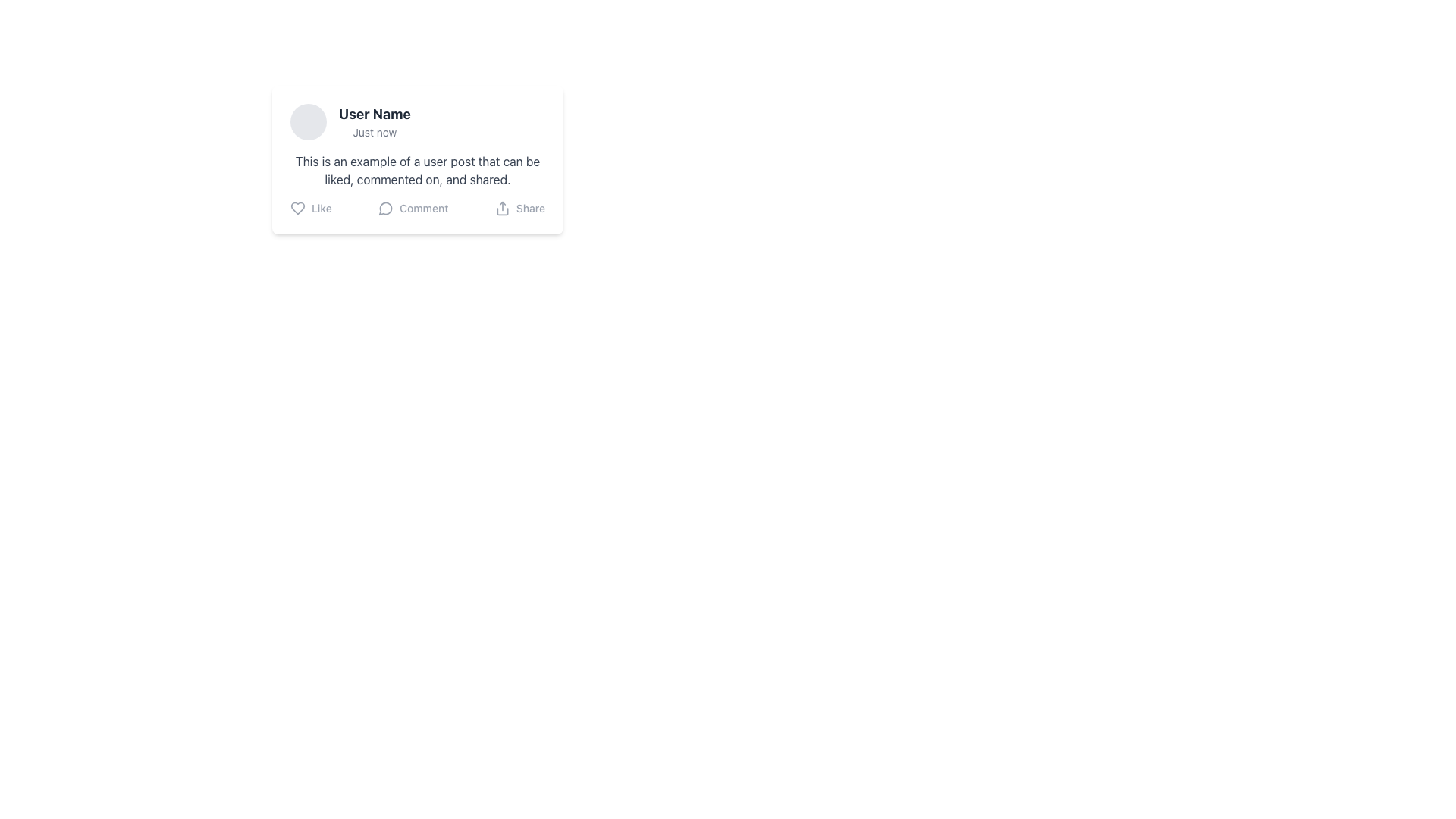  Describe the element at coordinates (310, 208) in the screenshot. I see `the 'Like' button, which is a small interactive text label next to a heart-shaped icon, positioned first in a row of buttons below the post content` at that location.